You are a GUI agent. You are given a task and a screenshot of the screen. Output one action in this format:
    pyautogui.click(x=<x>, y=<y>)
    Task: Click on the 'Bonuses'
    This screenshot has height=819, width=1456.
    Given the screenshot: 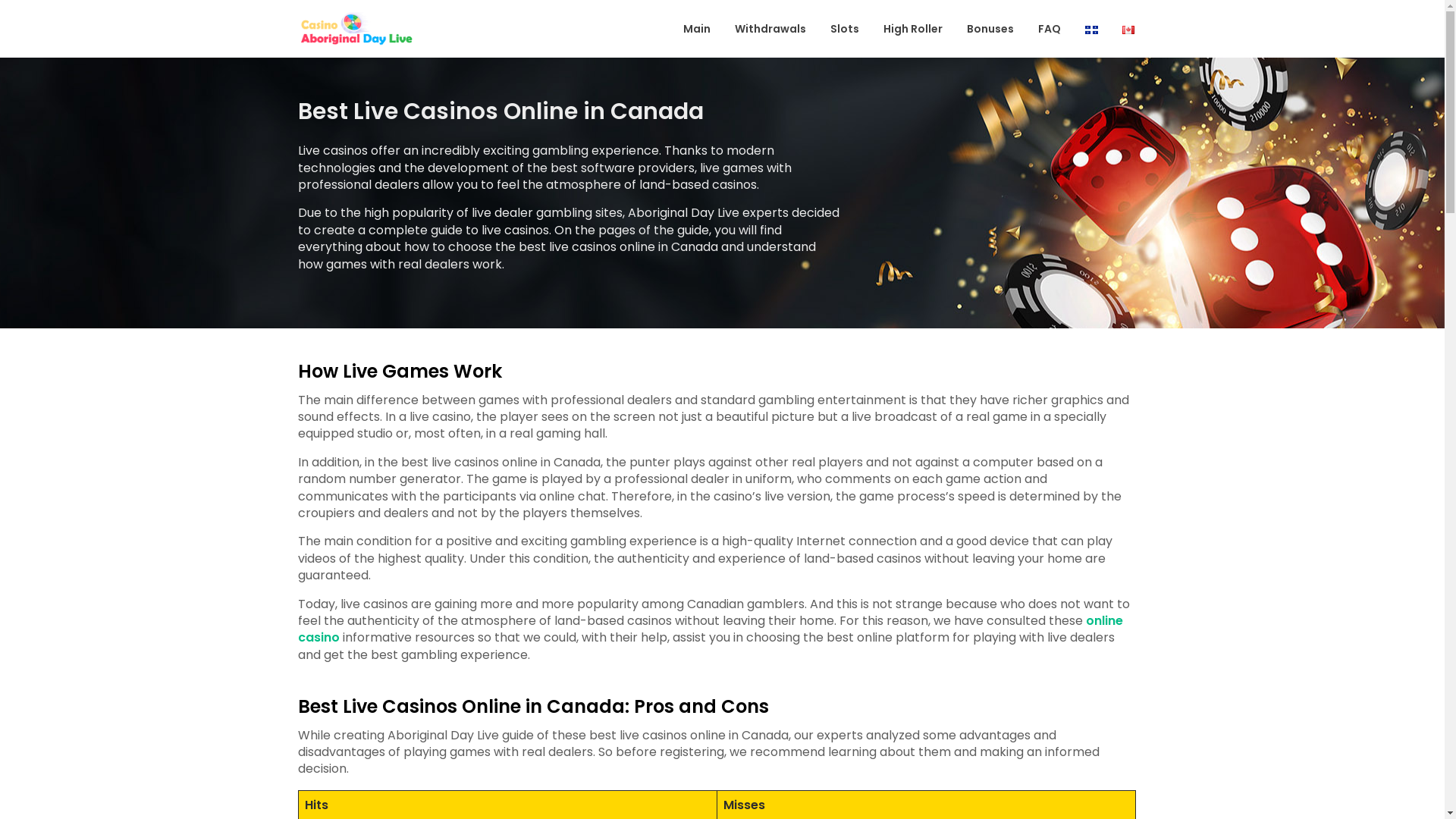 What is the action you would take?
    pyautogui.click(x=990, y=29)
    